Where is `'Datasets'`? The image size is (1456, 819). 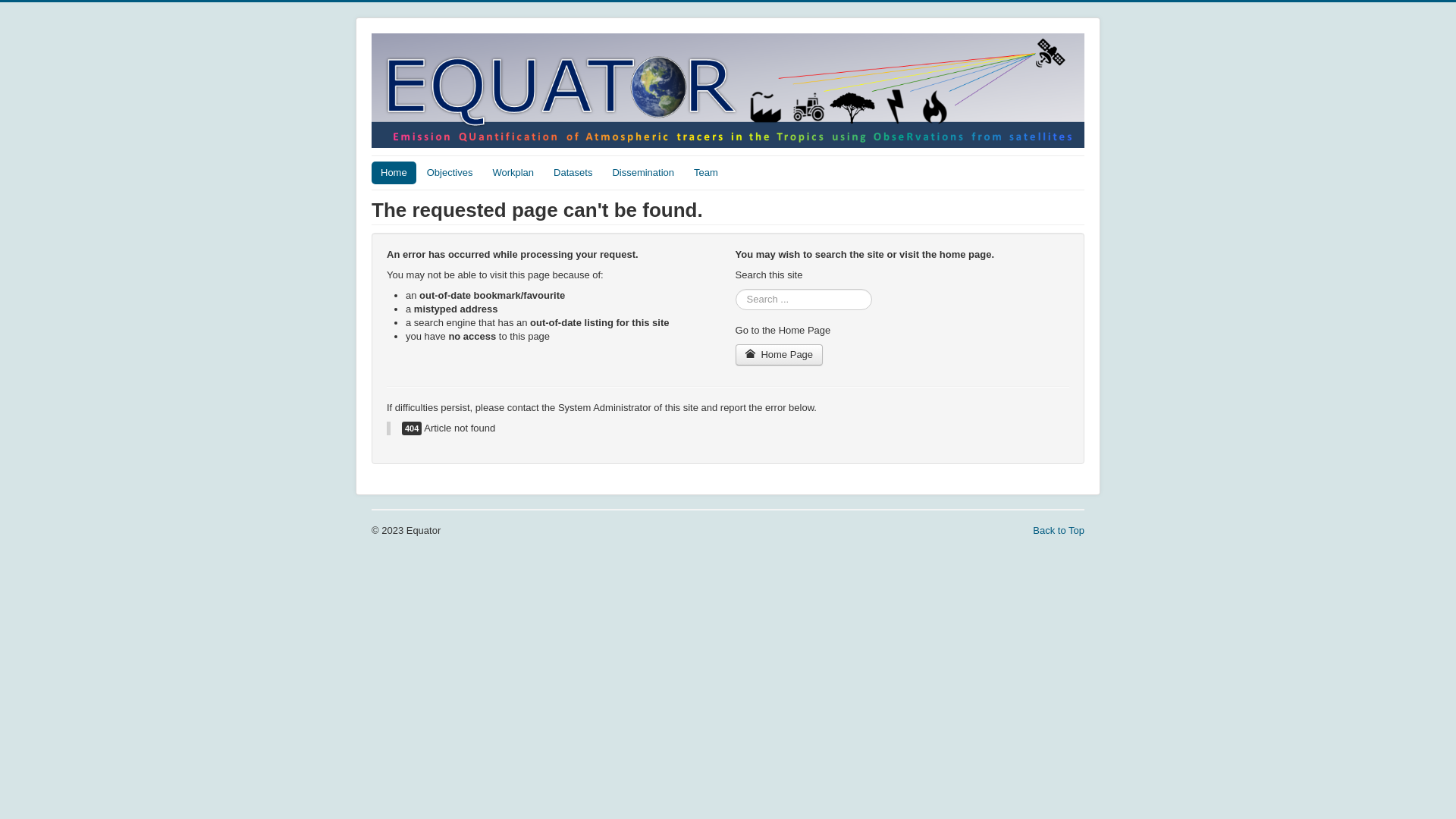 'Datasets' is located at coordinates (572, 171).